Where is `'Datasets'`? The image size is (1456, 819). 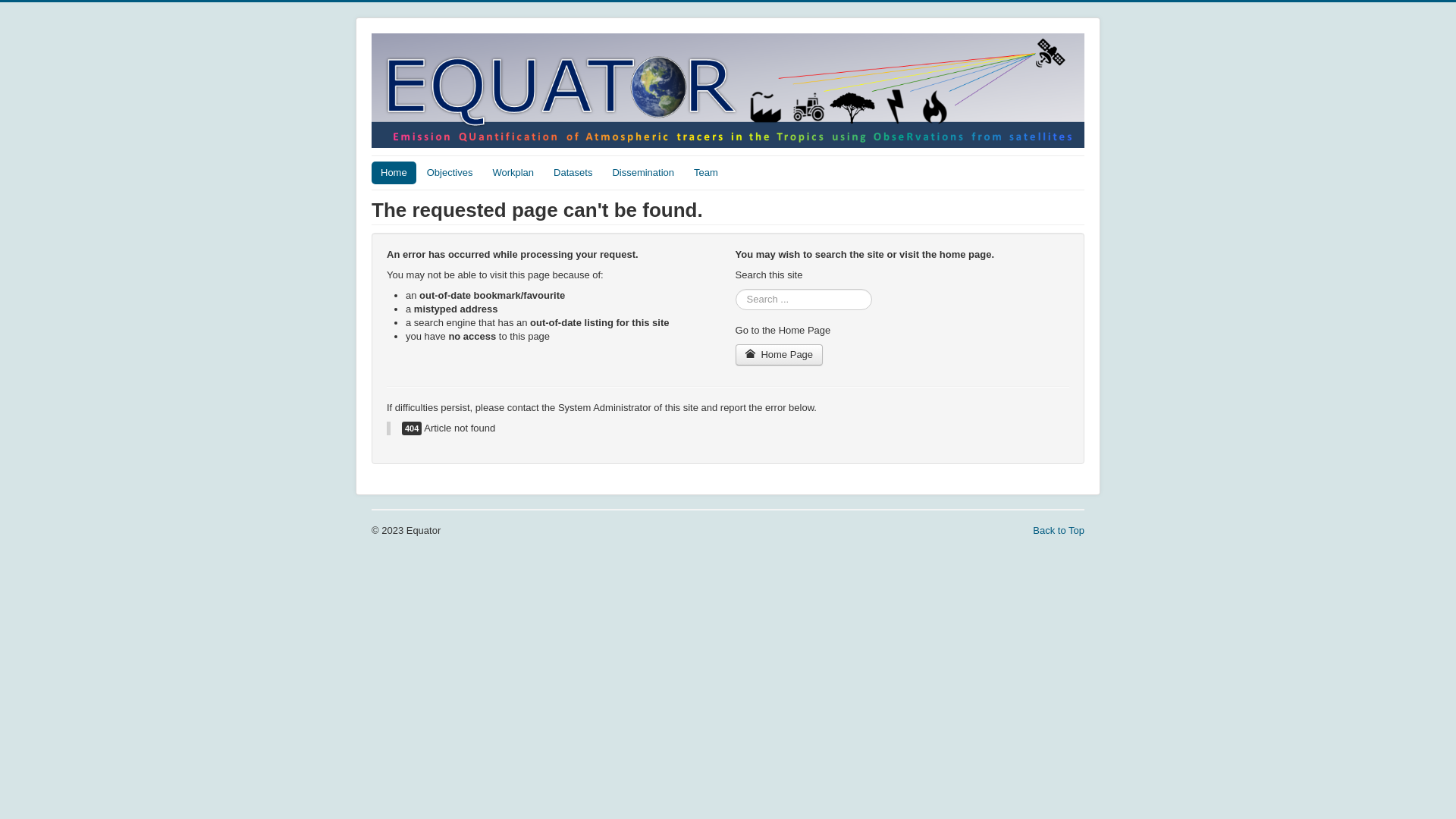 'Datasets' is located at coordinates (572, 171).